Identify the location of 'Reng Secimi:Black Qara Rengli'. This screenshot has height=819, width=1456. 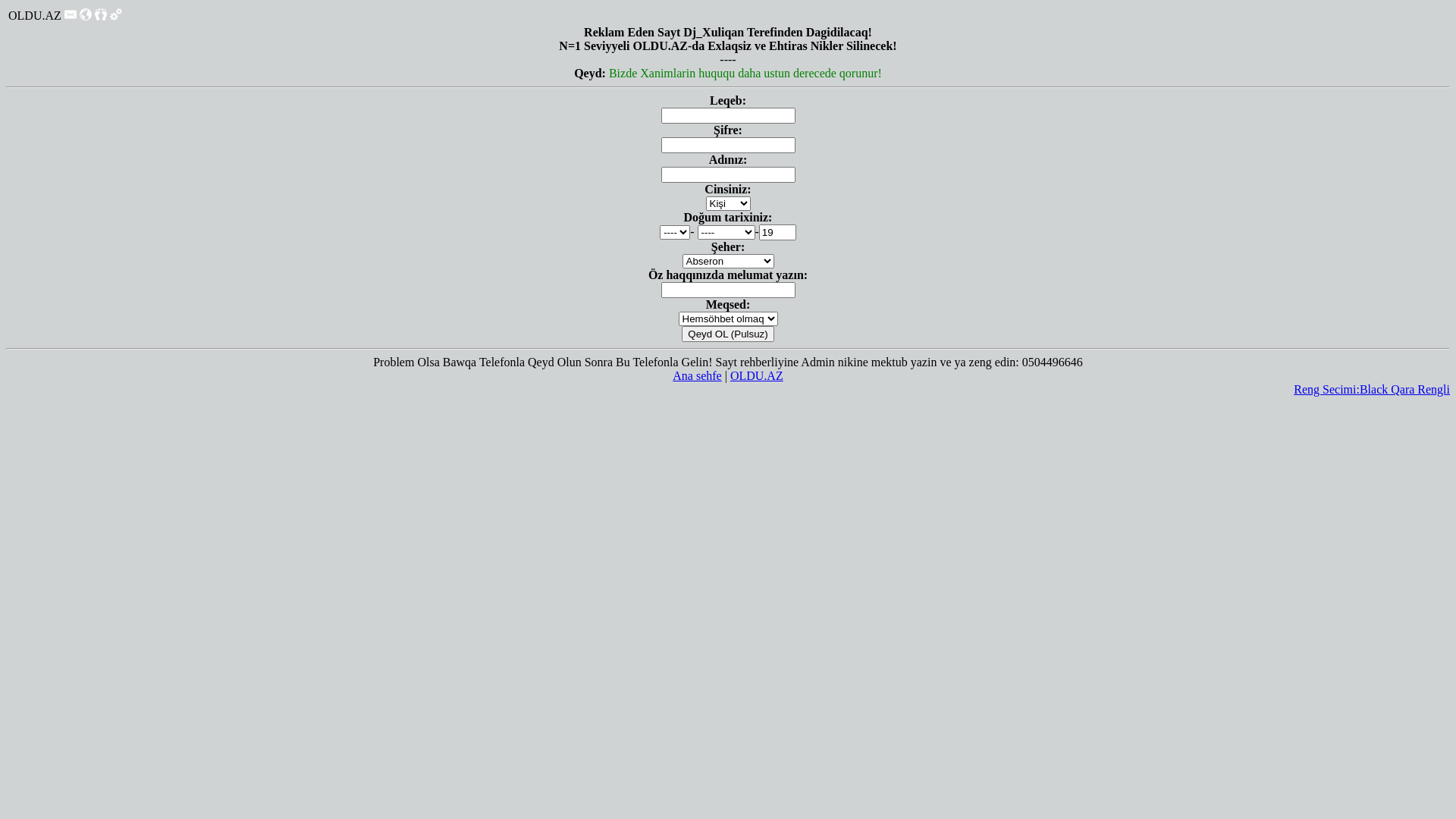
(1292, 388).